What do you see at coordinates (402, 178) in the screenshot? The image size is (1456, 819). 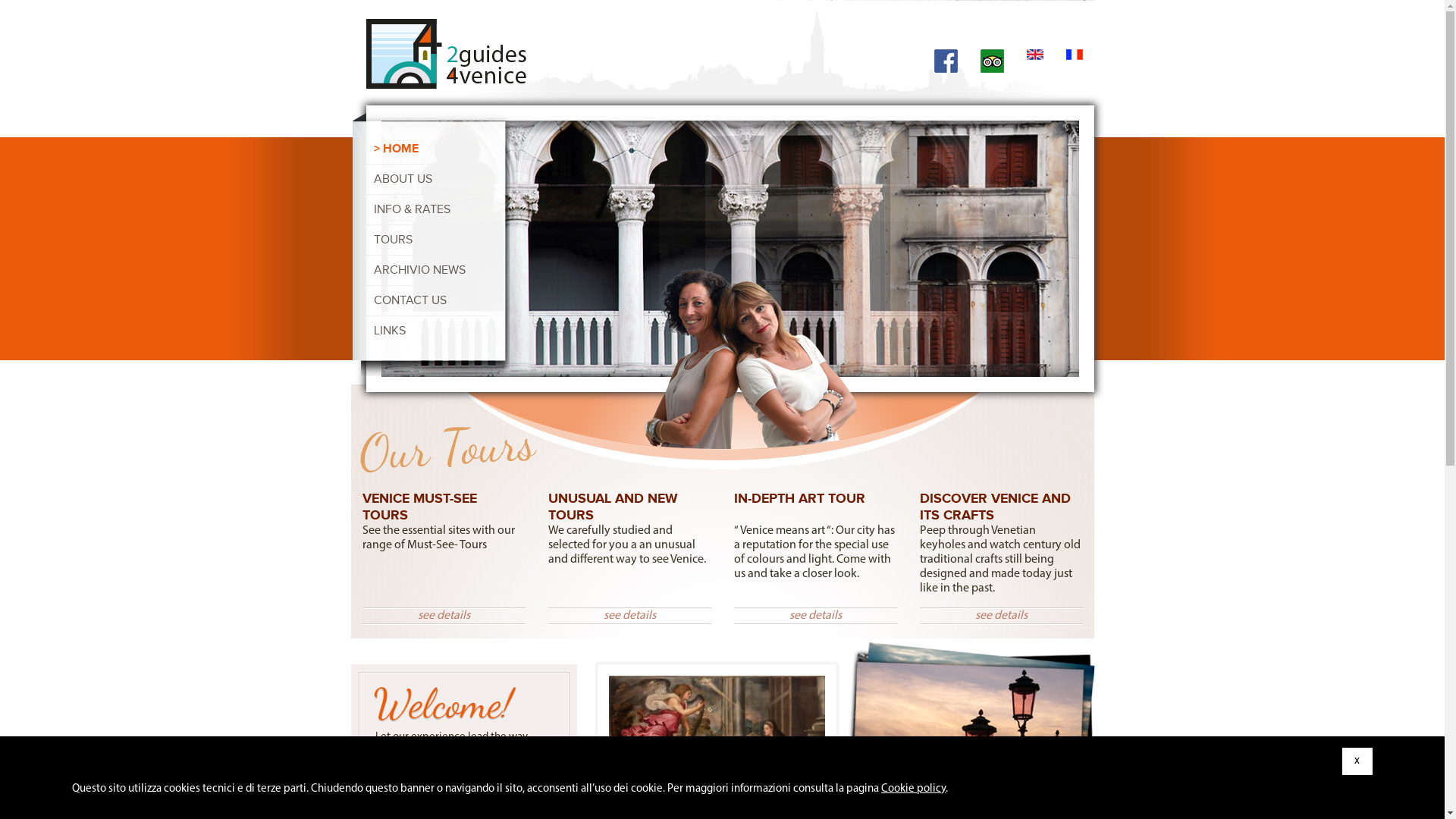 I see `'ABOUT US'` at bounding box center [402, 178].